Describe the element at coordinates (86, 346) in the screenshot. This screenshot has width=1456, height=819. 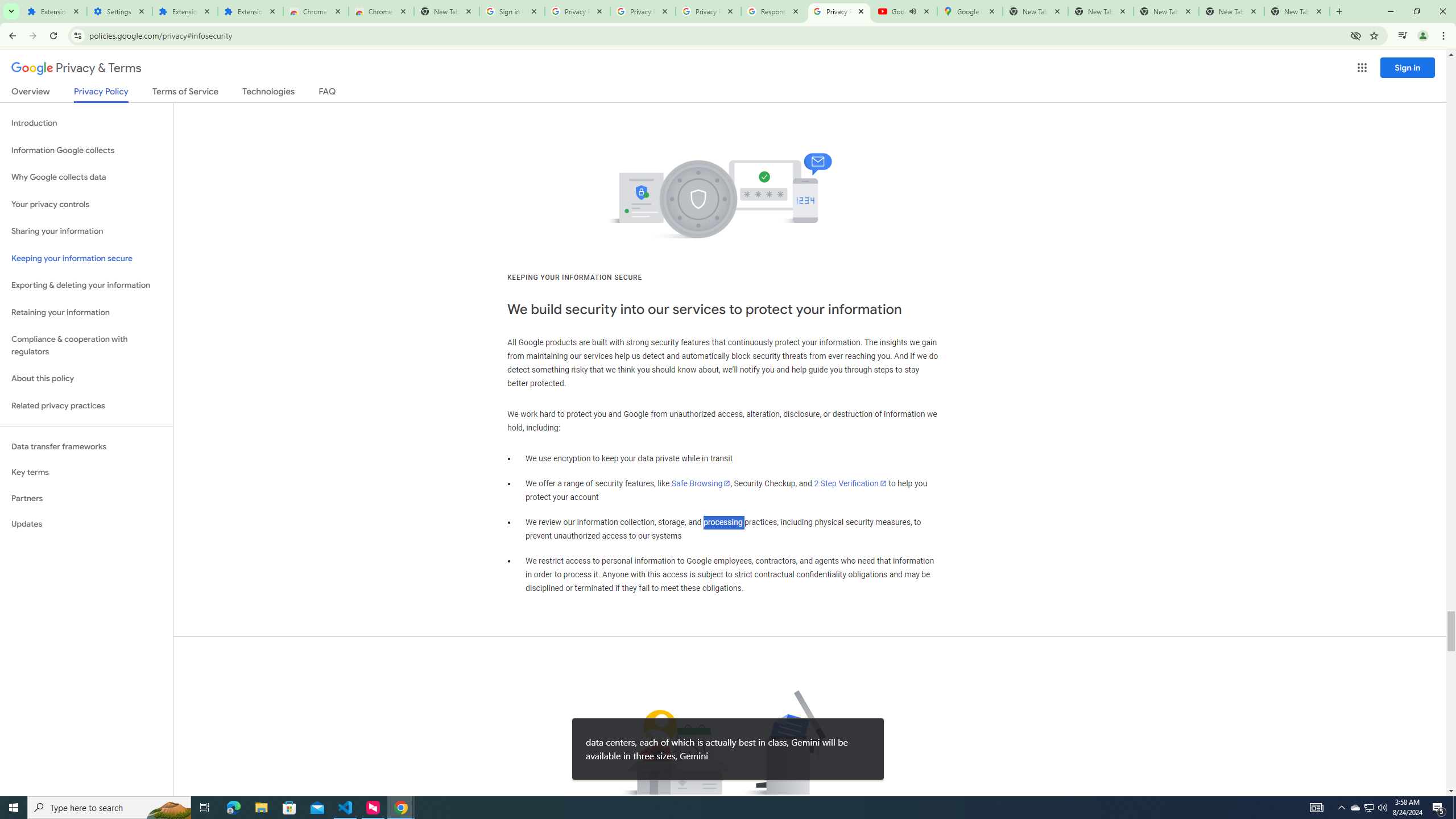
I see `'Compliance & cooperation with regulators'` at that location.